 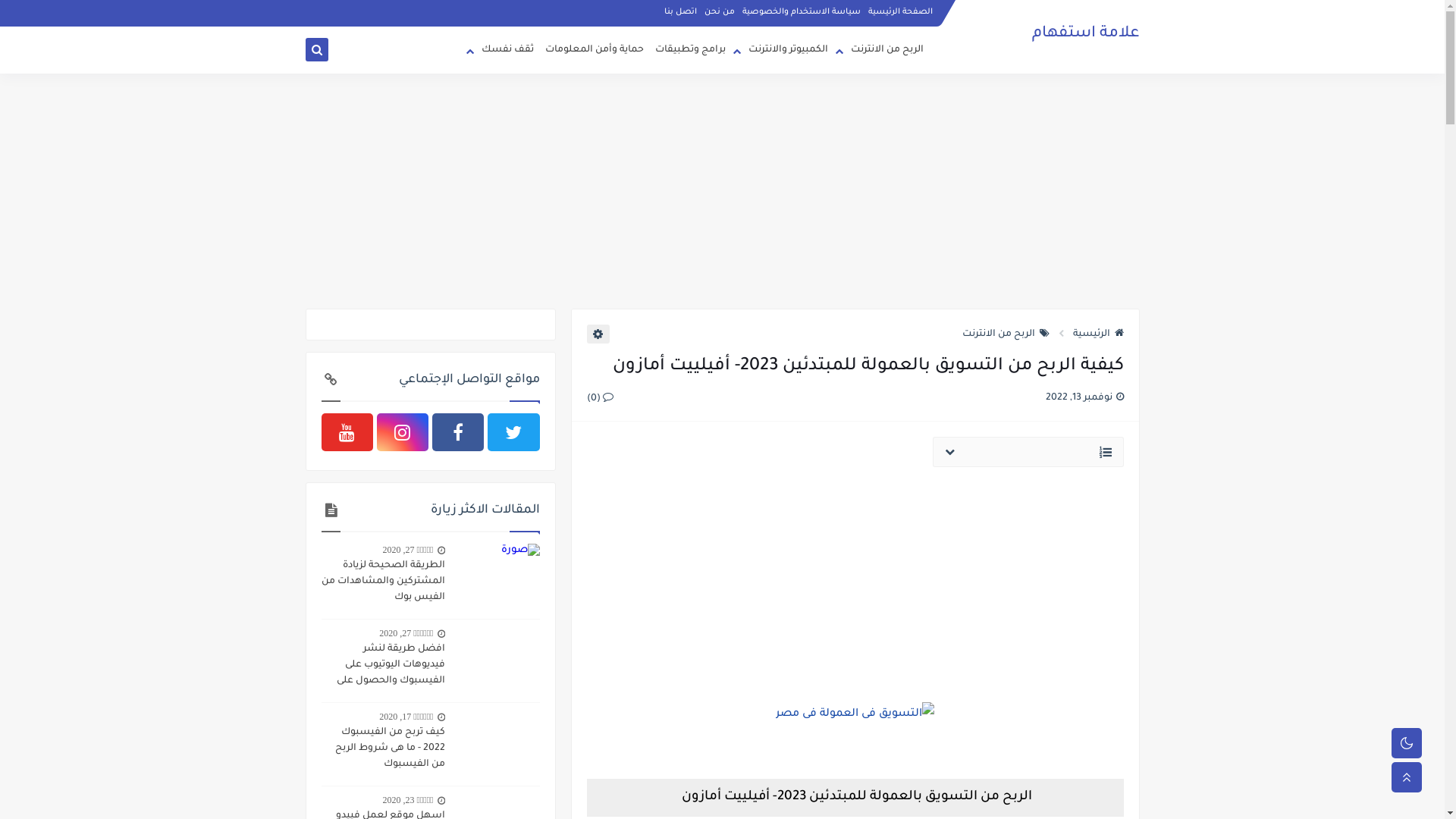 I want to click on 'youtube', so click(x=320, y=432).